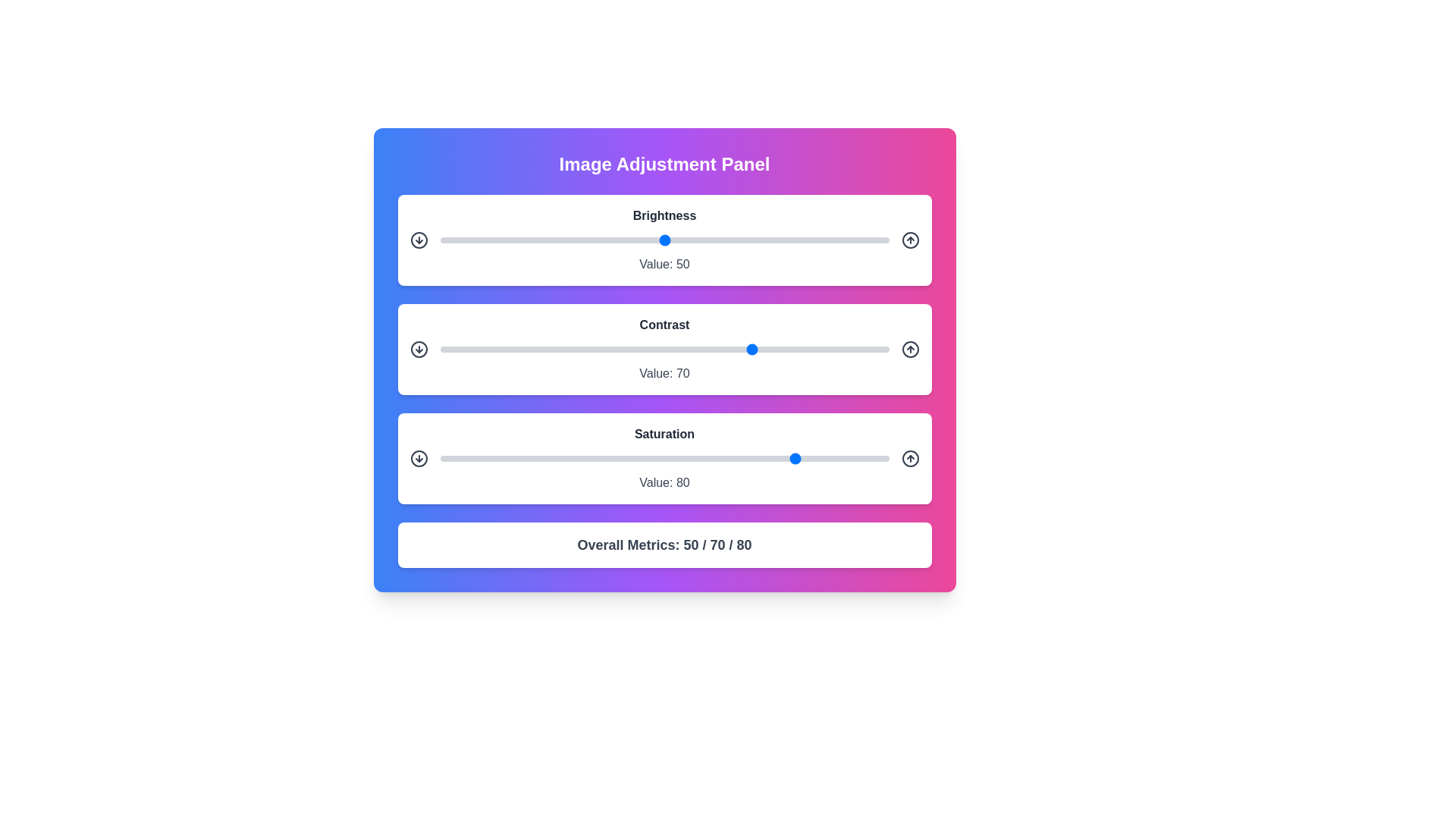 The height and width of the screenshot is (819, 1456). Describe the element at coordinates (419, 458) in the screenshot. I see `the downwards arrow icon in the Saturation adjustment panel` at that location.